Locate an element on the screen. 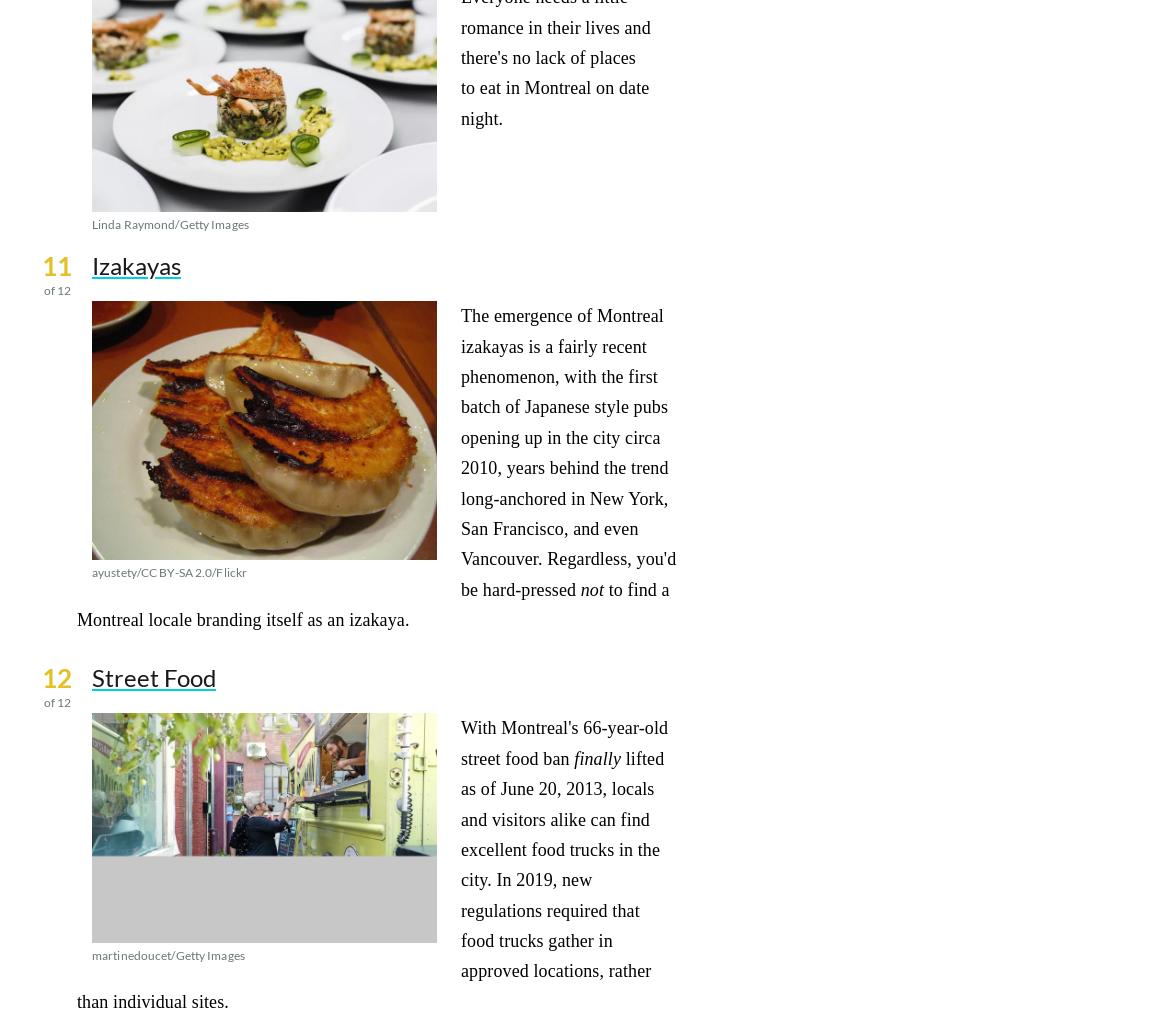  'martinedoucet/Getty Images' is located at coordinates (167, 954).